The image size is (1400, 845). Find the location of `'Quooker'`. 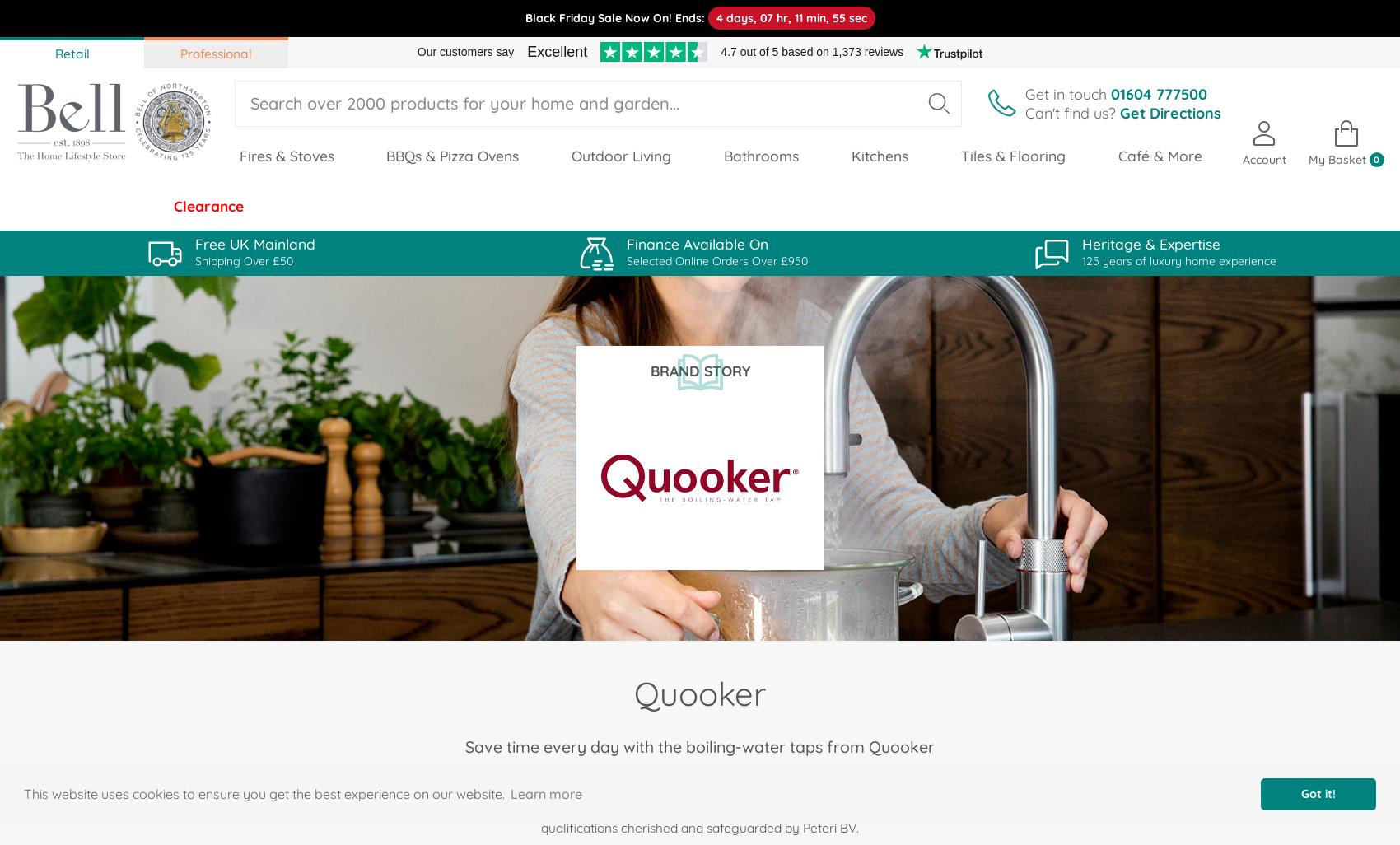

'Quooker' is located at coordinates (700, 693).